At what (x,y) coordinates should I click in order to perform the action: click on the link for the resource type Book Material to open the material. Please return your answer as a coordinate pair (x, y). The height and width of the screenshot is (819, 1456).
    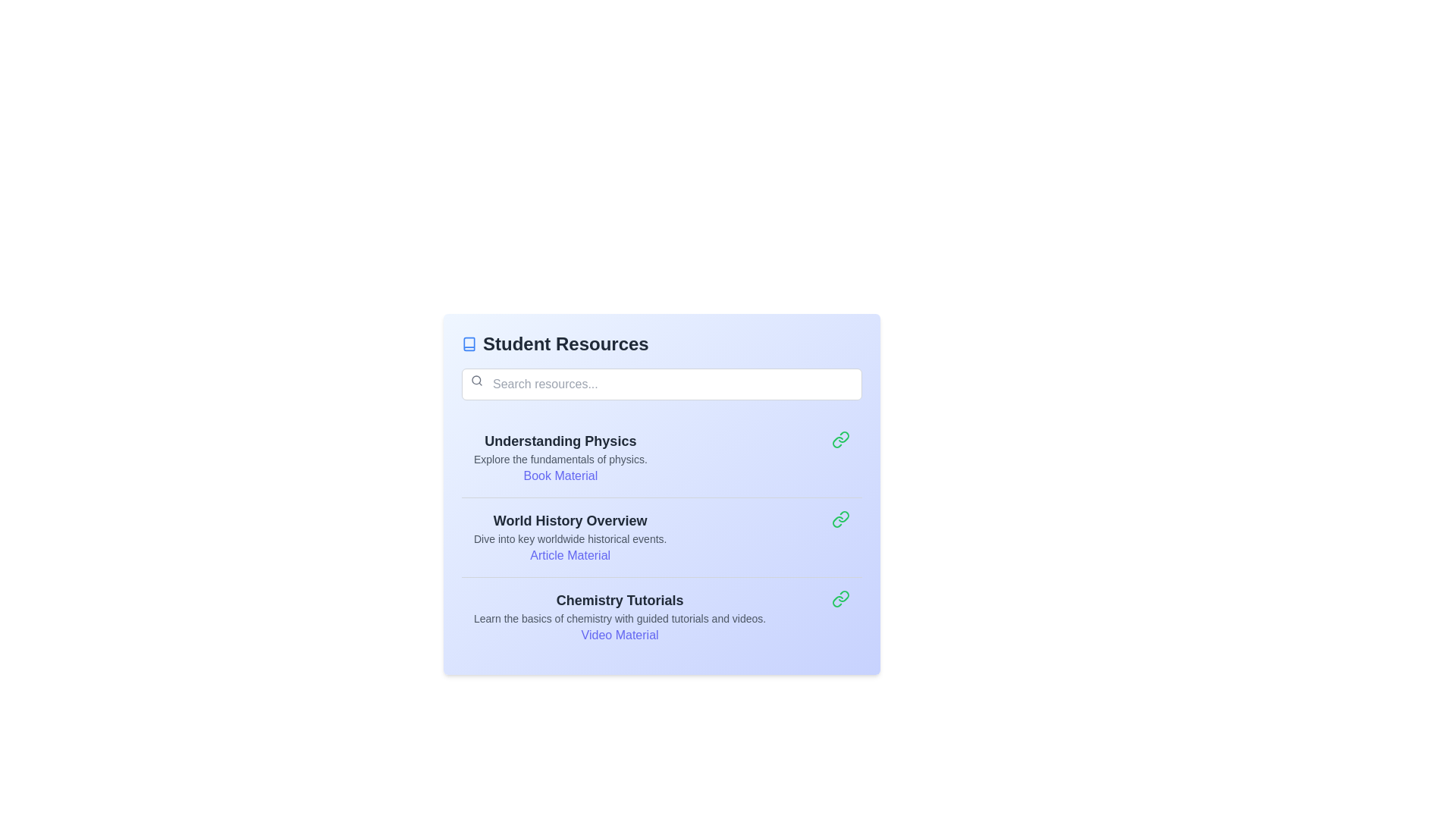
    Looking at the image, I should click on (560, 475).